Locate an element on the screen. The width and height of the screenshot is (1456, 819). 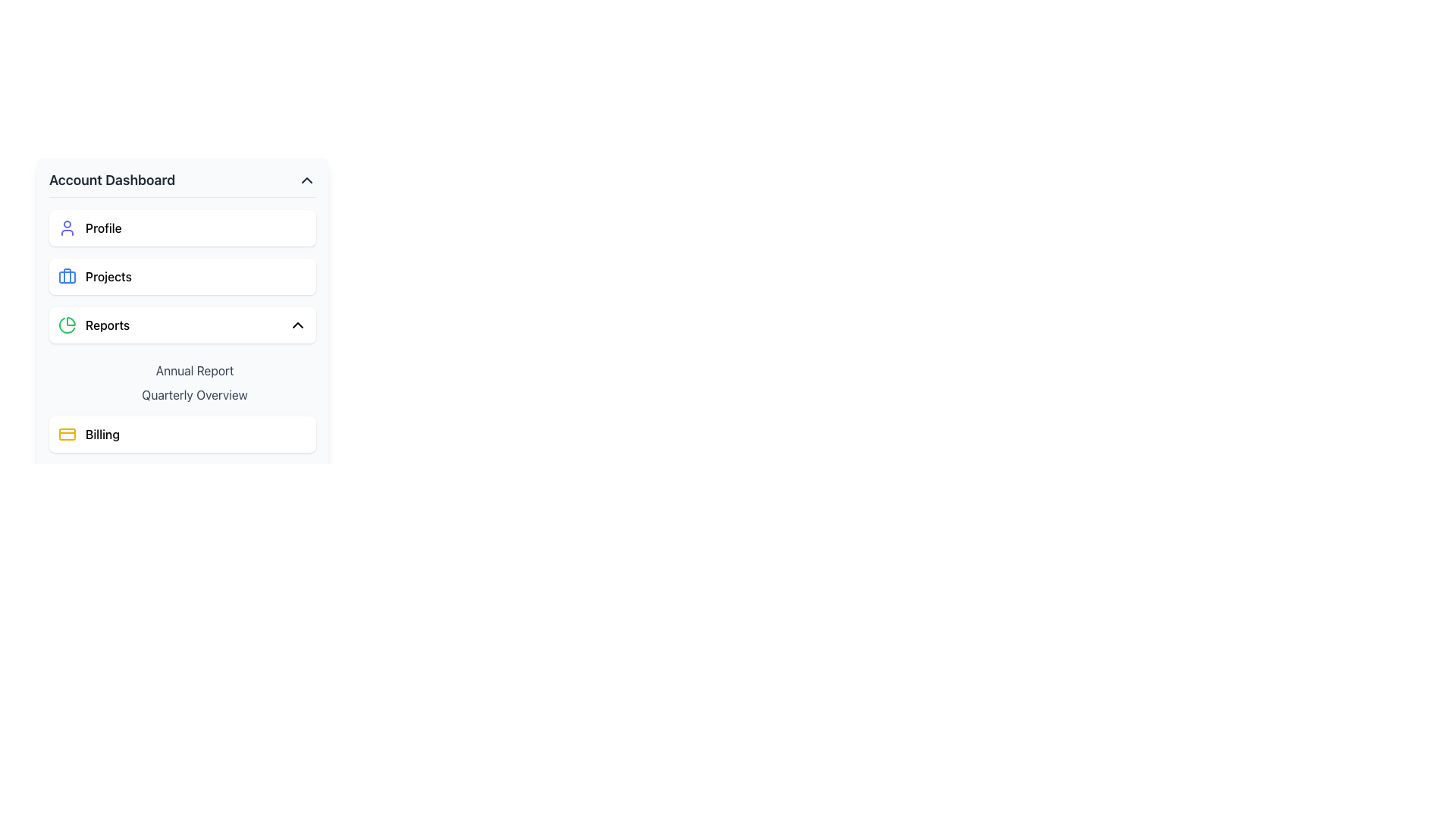
the pie chart icon in the 'Reports' list item, which is green and positioned to the left of the 'Reports' text label is located at coordinates (67, 324).